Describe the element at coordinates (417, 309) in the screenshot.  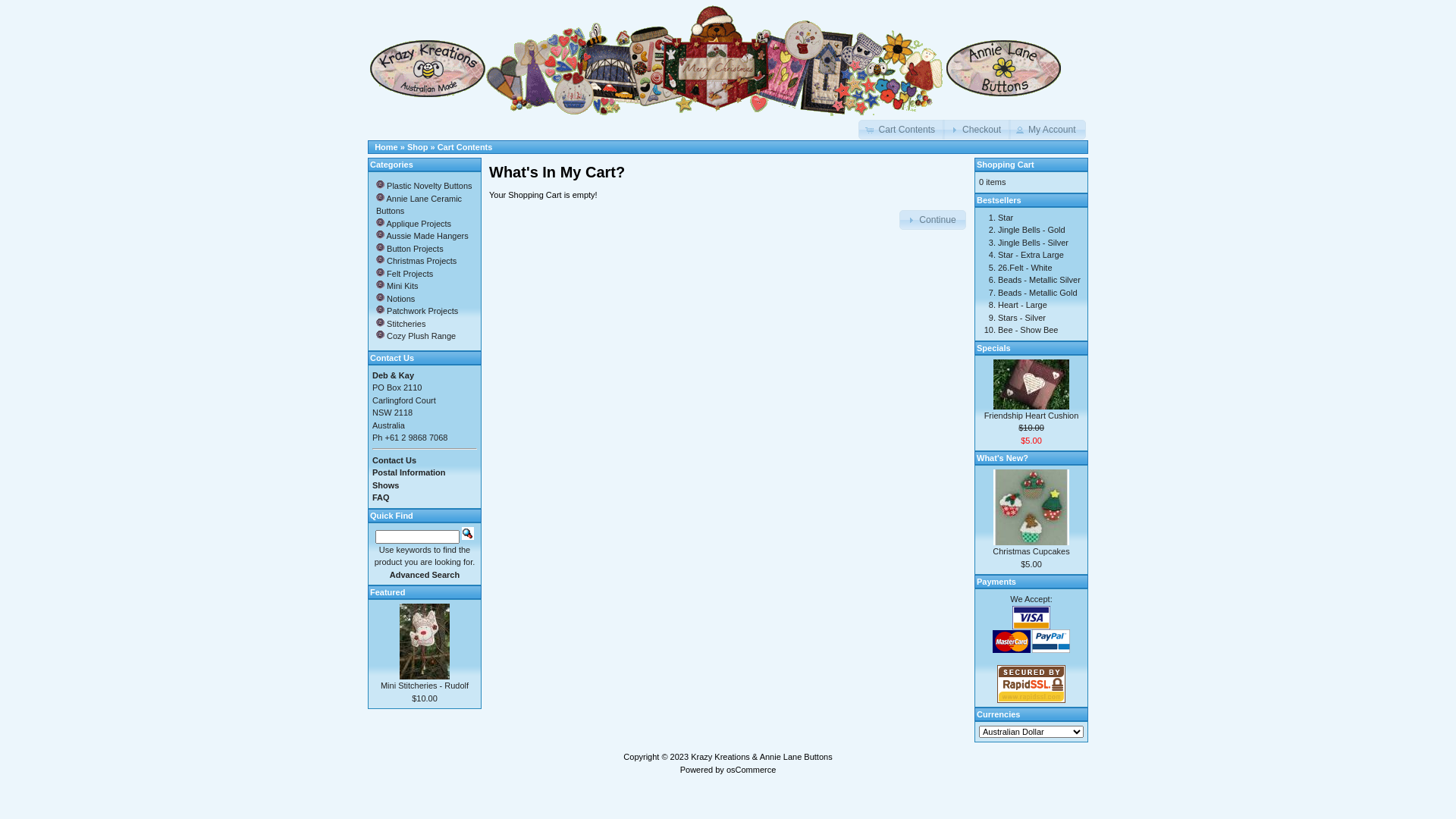
I see `' Patchwork Projects'` at that location.